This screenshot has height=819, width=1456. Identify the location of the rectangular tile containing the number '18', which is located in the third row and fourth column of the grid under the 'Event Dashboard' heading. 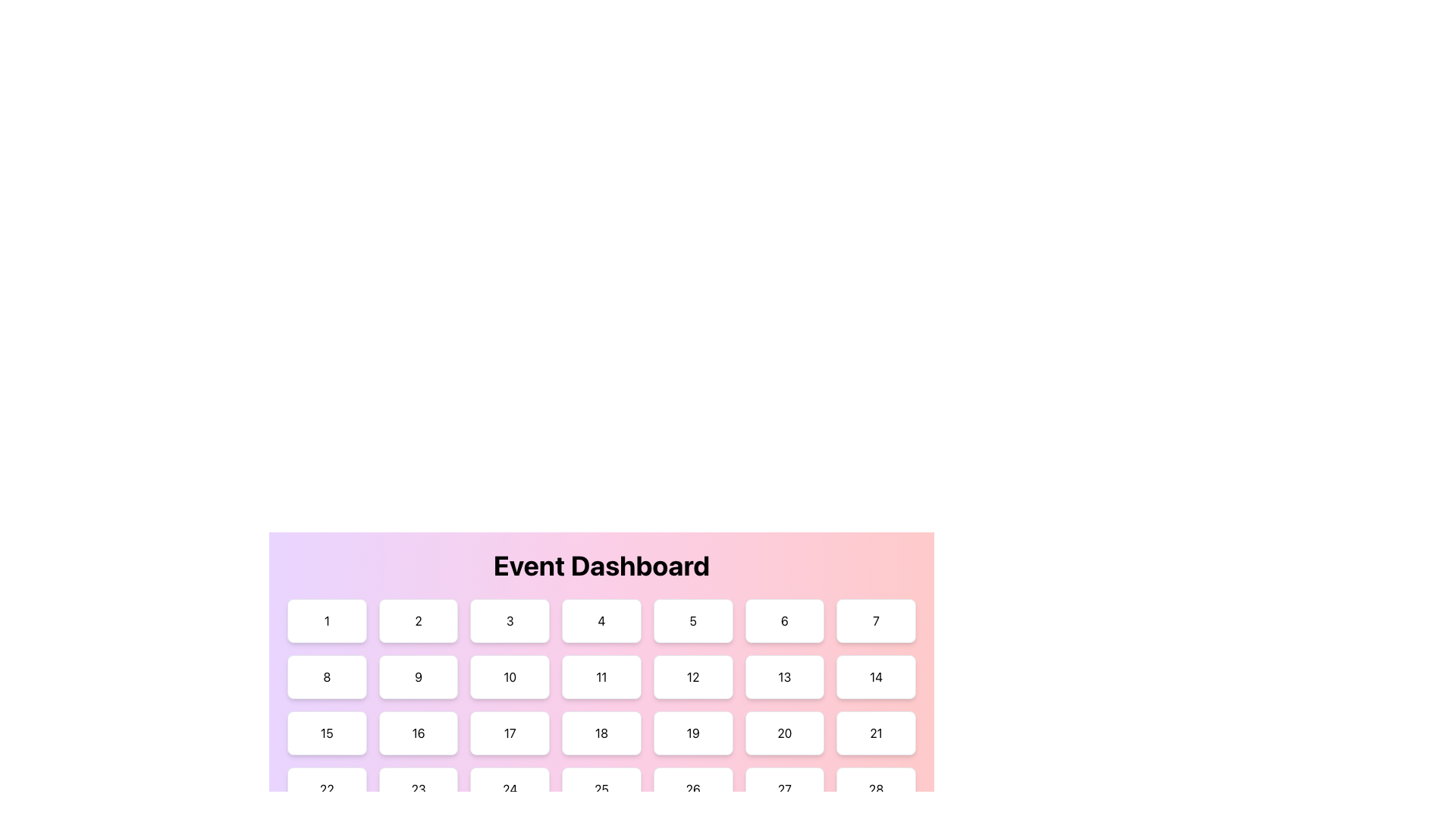
(601, 733).